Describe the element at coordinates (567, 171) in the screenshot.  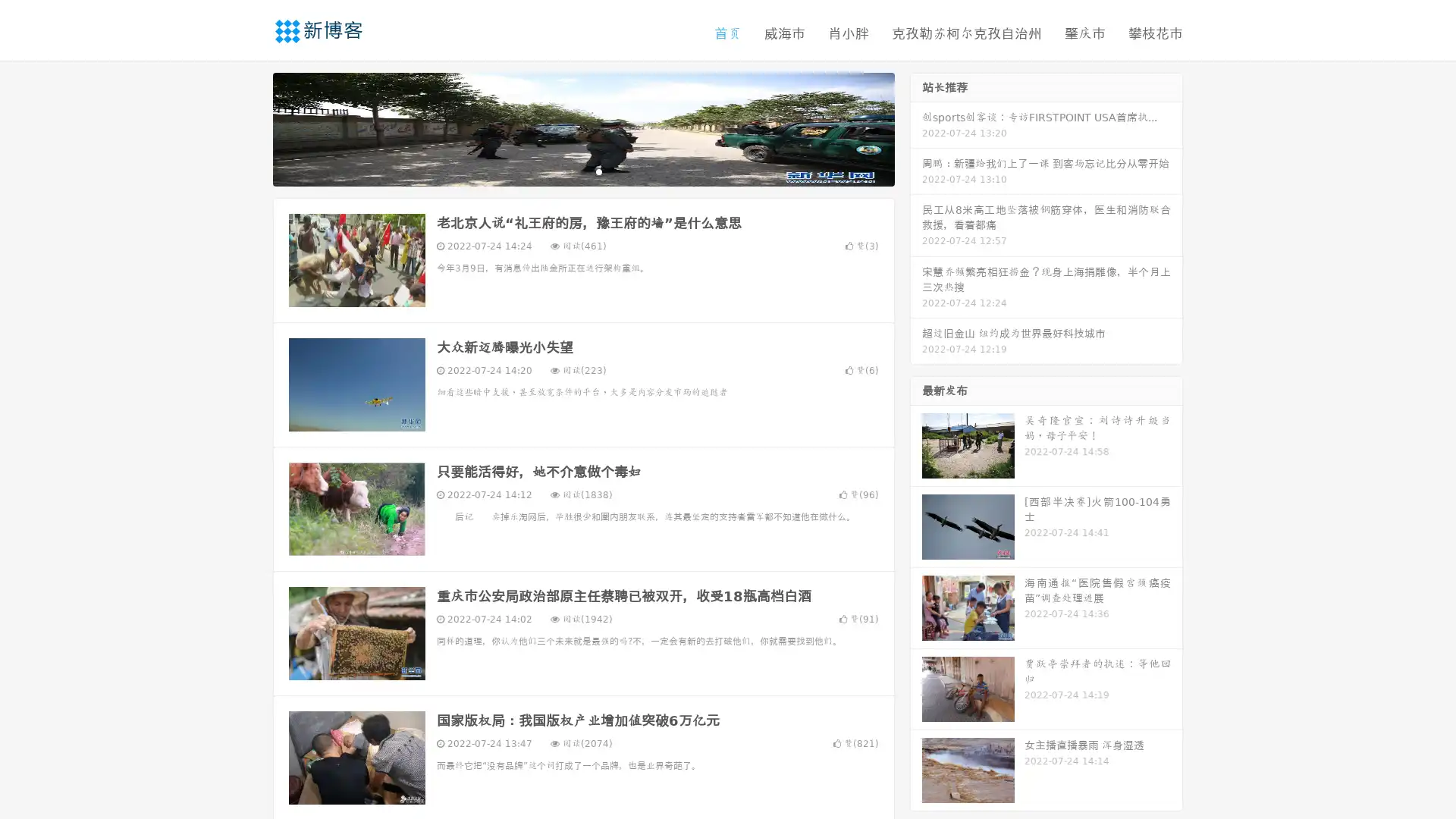
I see `Go to slide 1` at that location.